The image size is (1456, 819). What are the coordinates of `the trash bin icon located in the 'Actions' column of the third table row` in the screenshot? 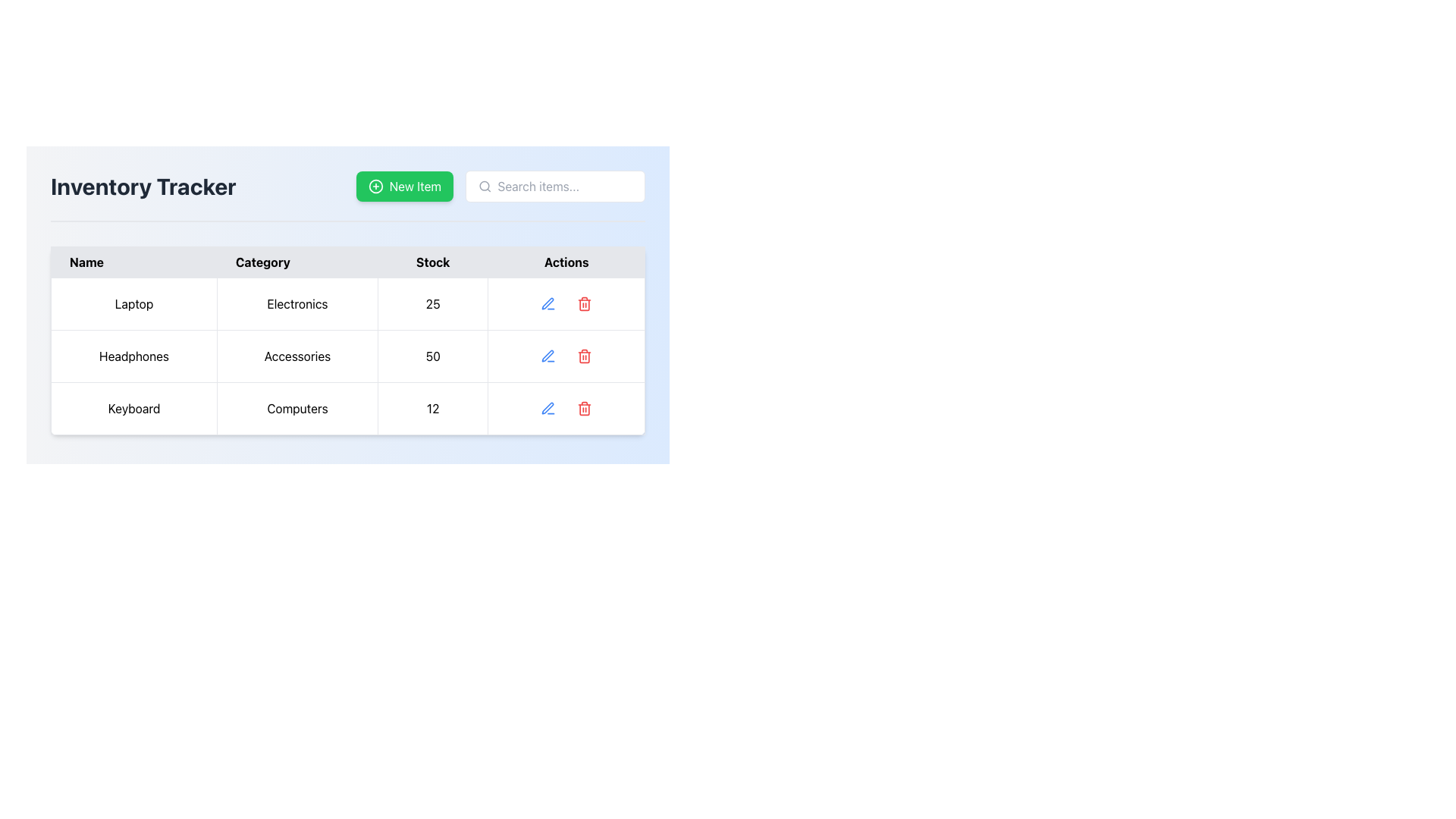 It's located at (584, 409).